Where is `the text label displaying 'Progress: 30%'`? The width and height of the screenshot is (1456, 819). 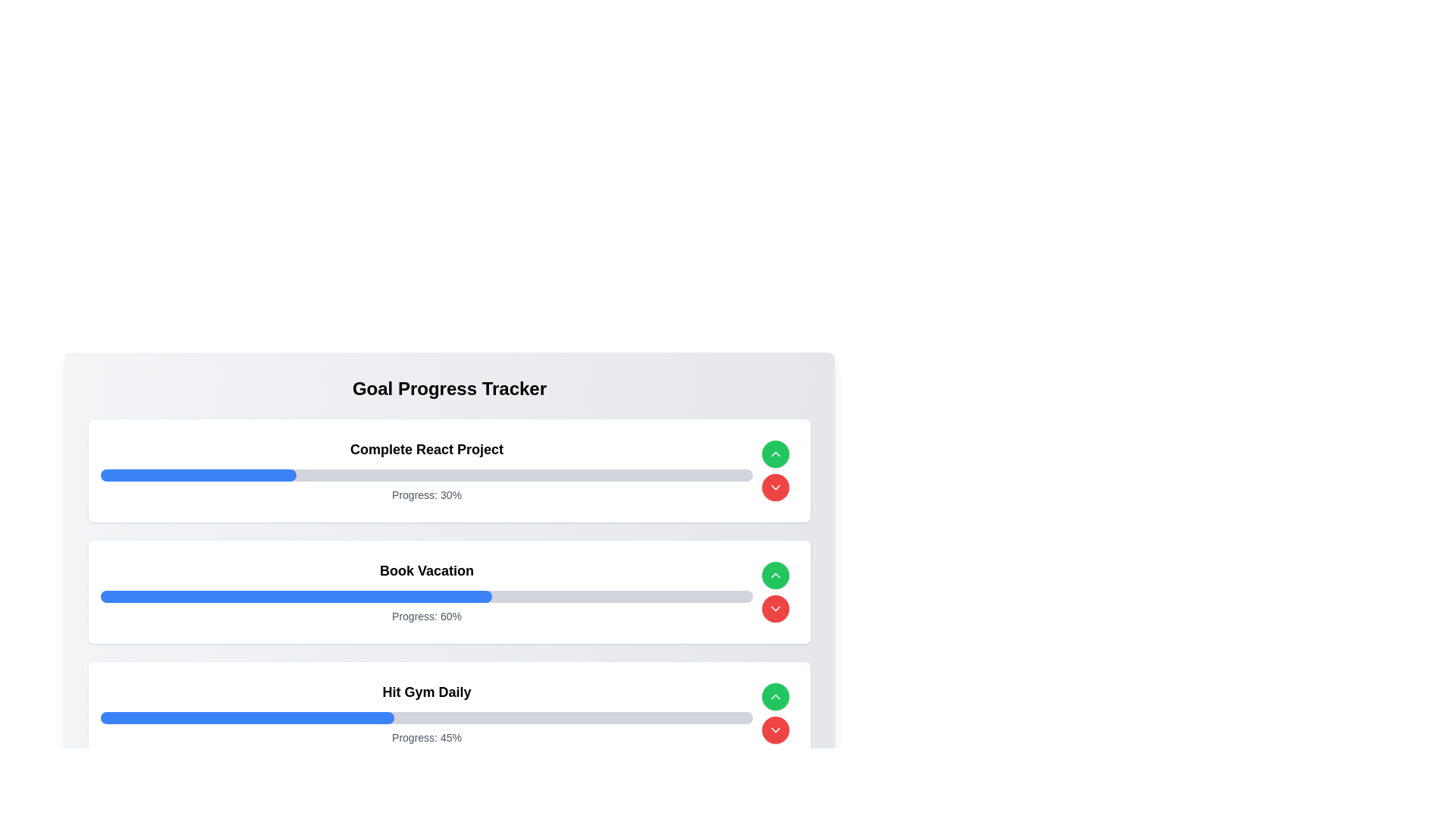 the text label displaying 'Progress: 30%' is located at coordinates (425, 494).